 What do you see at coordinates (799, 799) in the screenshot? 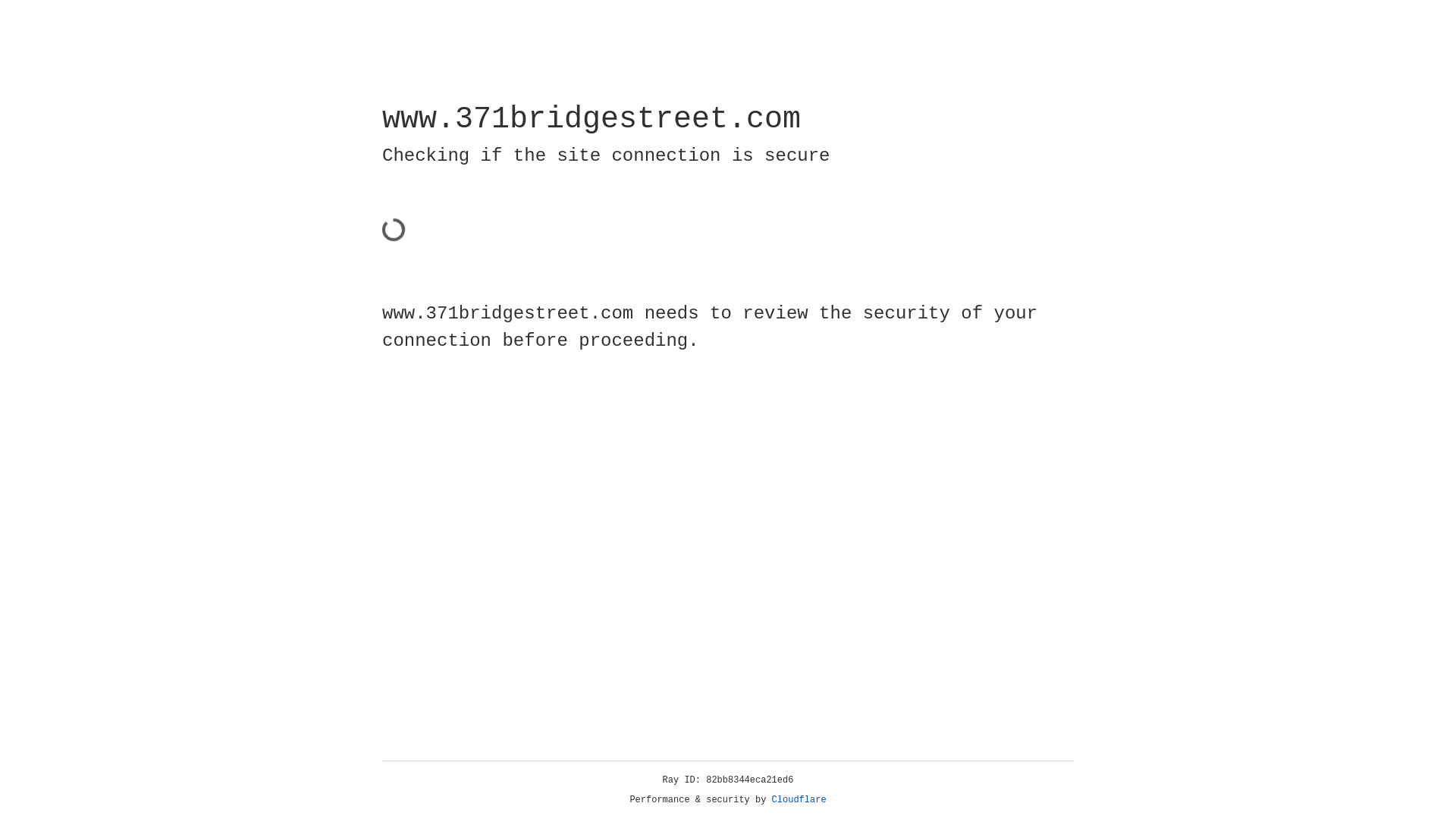
I see `'Cloudflare'` at bounding box center [799, 799].